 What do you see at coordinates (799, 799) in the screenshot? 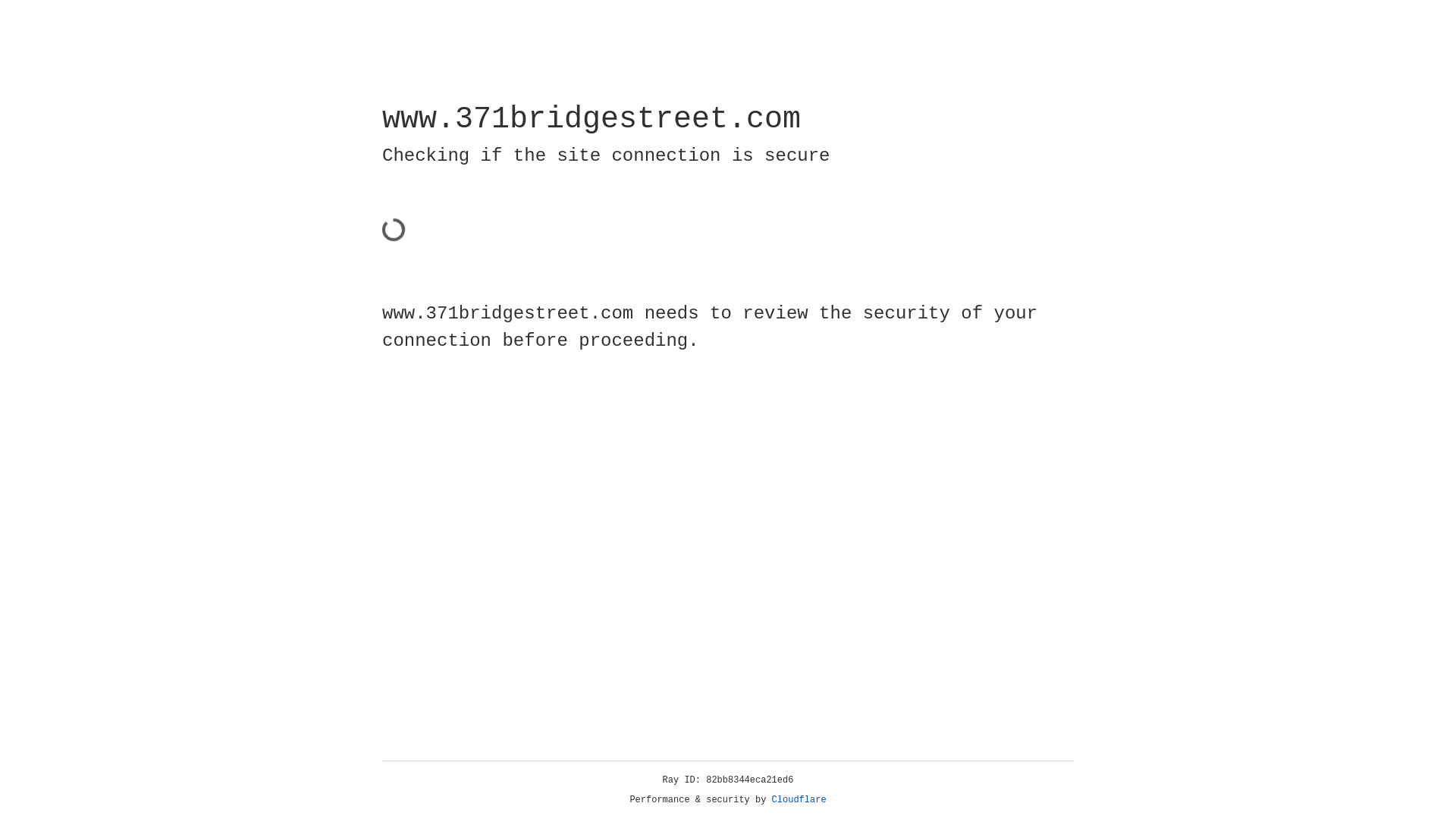
I see `'Cloudflare'` at bounding box center [799, 799].